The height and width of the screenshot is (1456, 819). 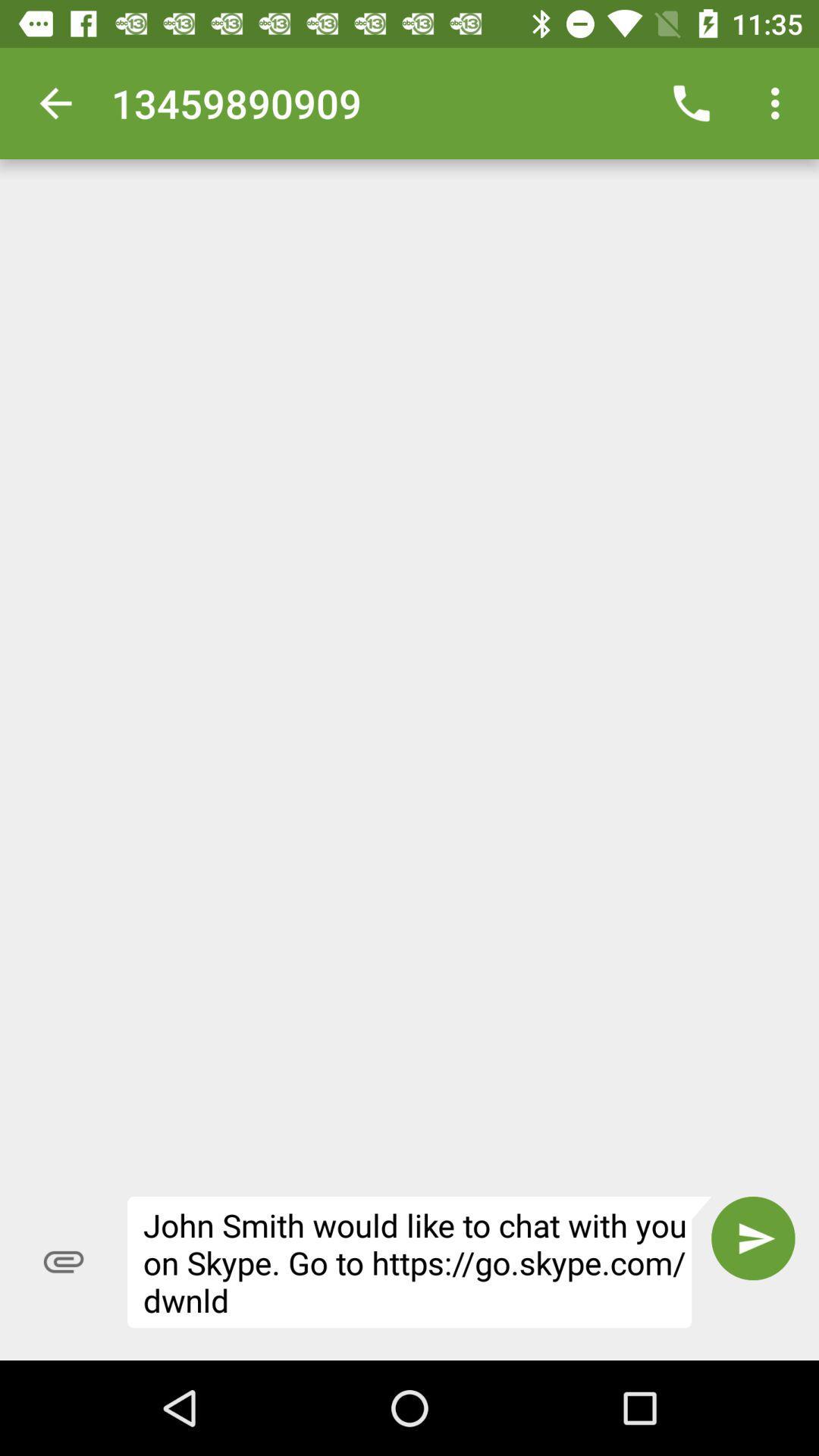 What do you see at coordinates (691, 102) in the screenshot?
I see `the item next to the 13459890909 icon` at bounding box center [691, 102].